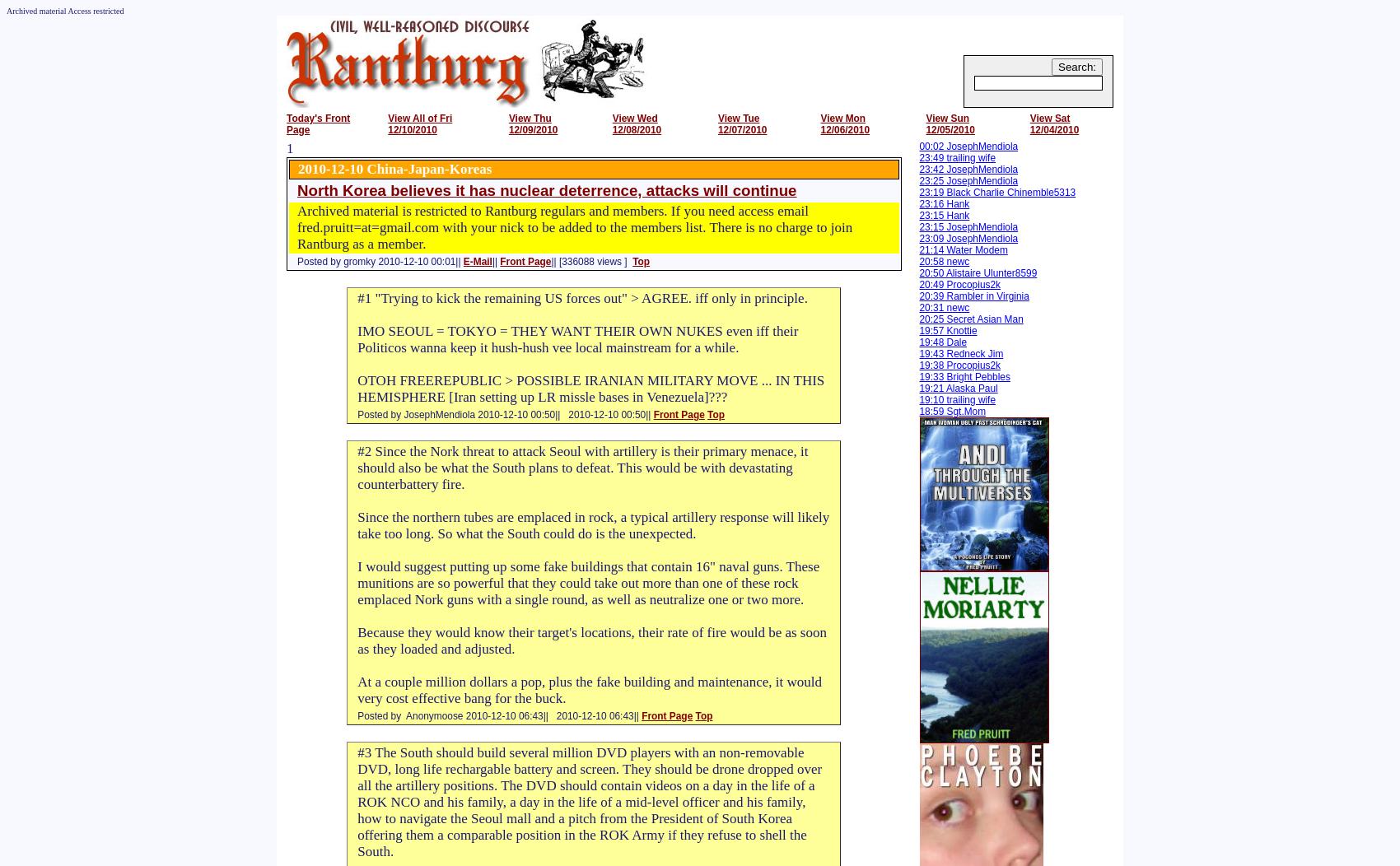 The width and height of the screenshot is (1400, 866). Describe the element at coordinates (963, 250) in the screenshot. I see `'21:14 Water Modem'` at that location.